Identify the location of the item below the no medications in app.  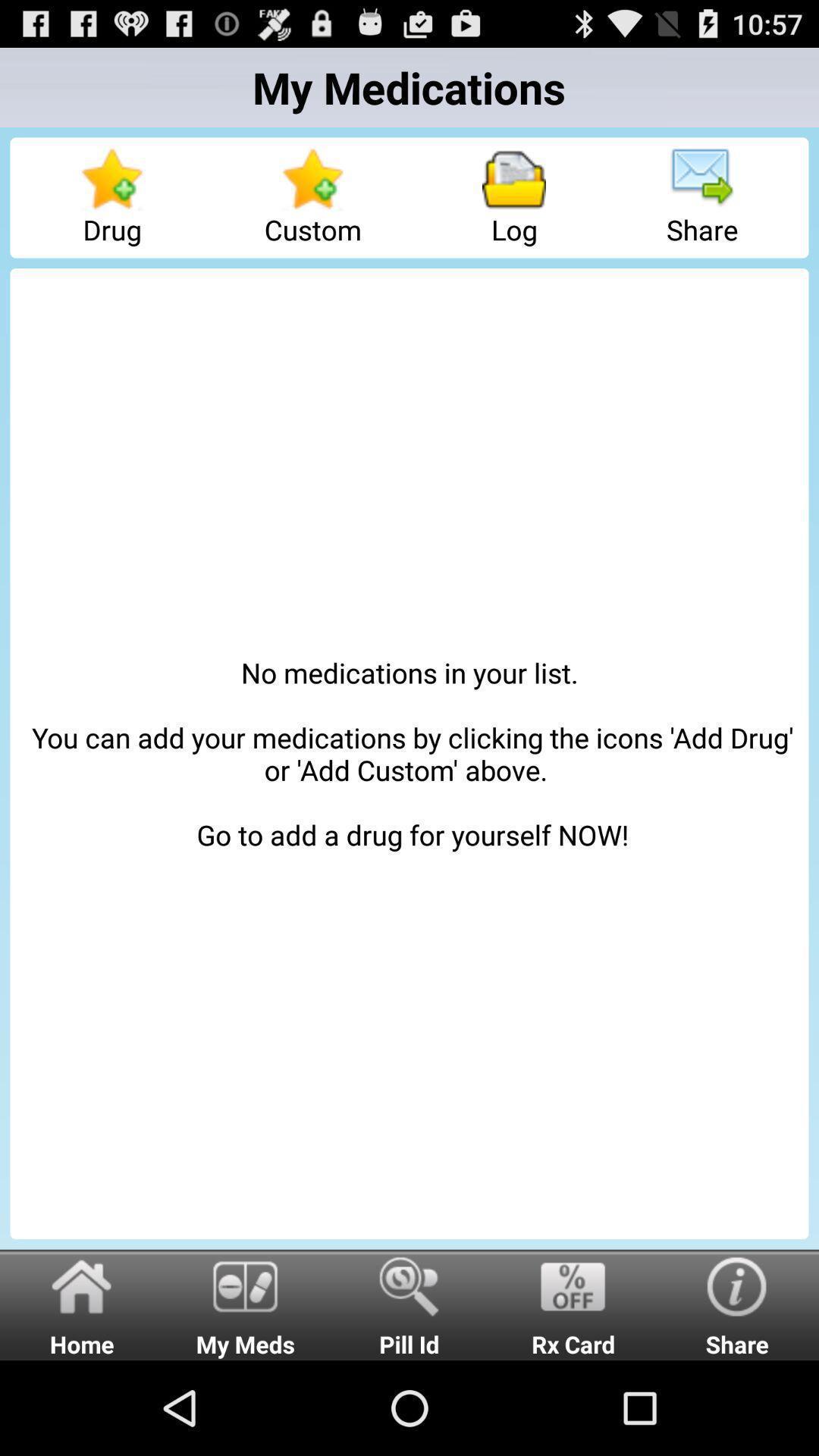
(573, 1304).